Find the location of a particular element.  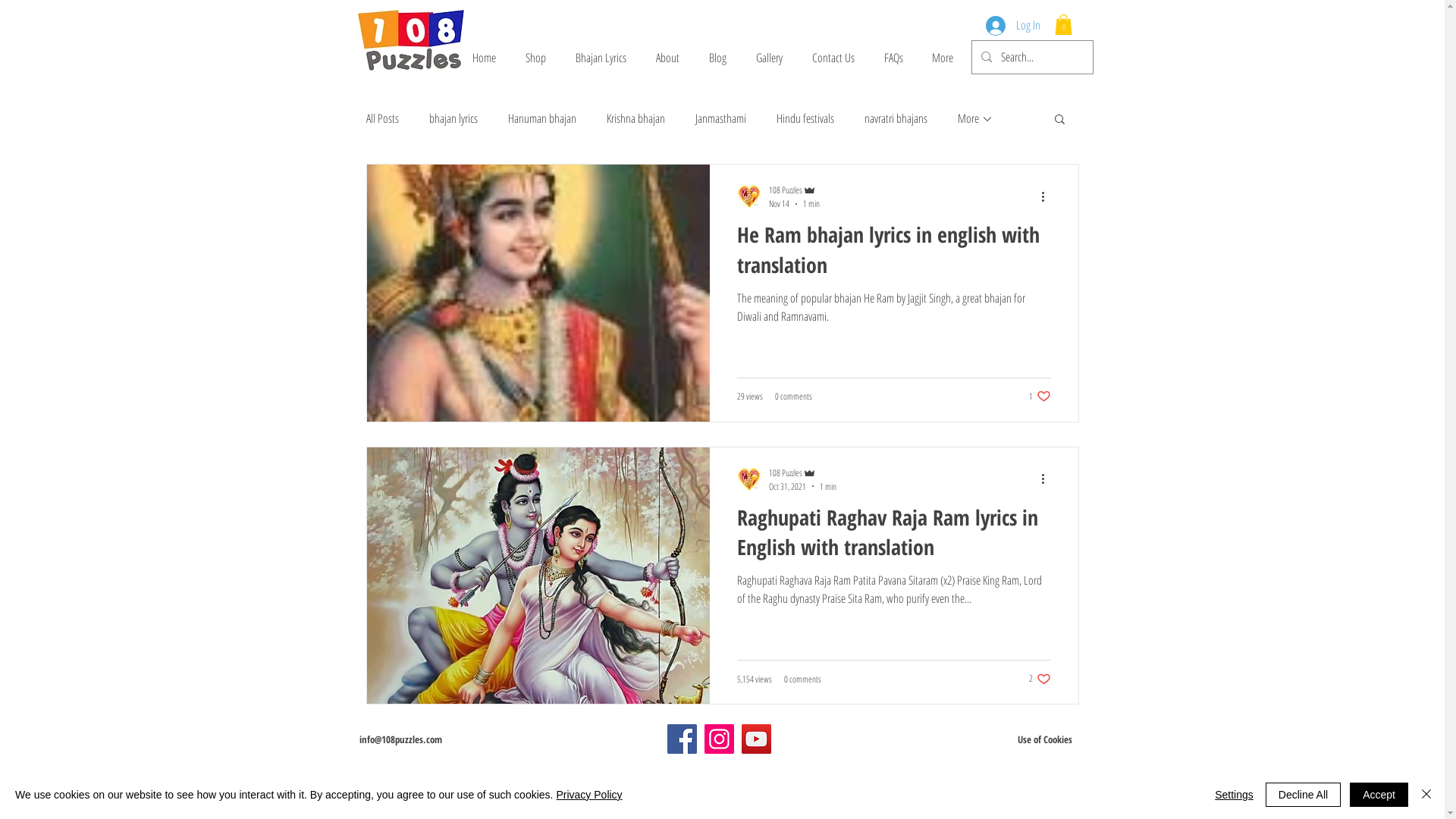

'navratri bhajans' is located at coordinates (896, 117).